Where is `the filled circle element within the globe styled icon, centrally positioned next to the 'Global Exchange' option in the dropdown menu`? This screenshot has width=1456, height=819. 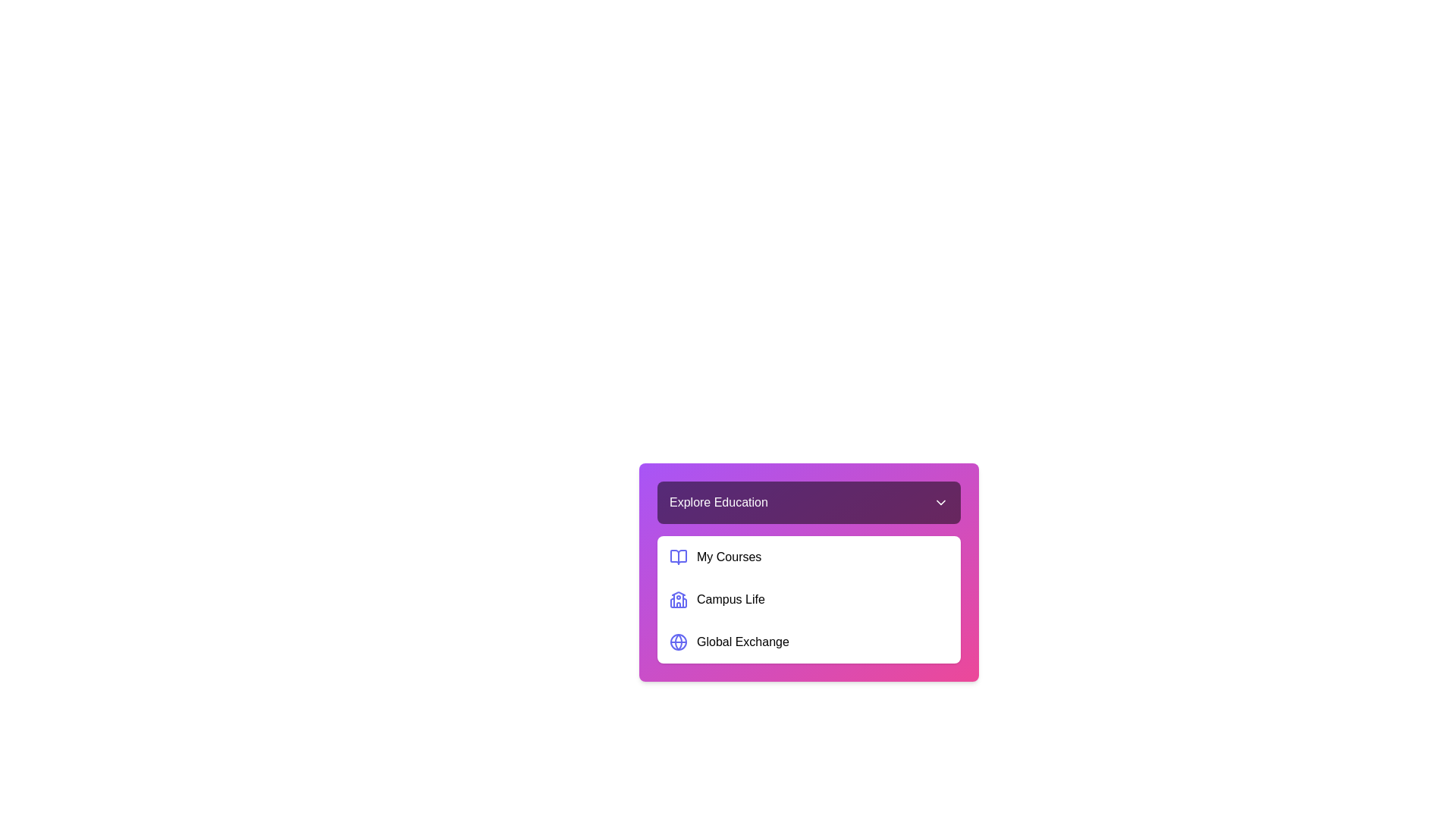 the filled circle element within the globe styled icon, centrally positioned next to the 'Global Exchange' option in the dropdown menu is located at coordinates (677, 642).